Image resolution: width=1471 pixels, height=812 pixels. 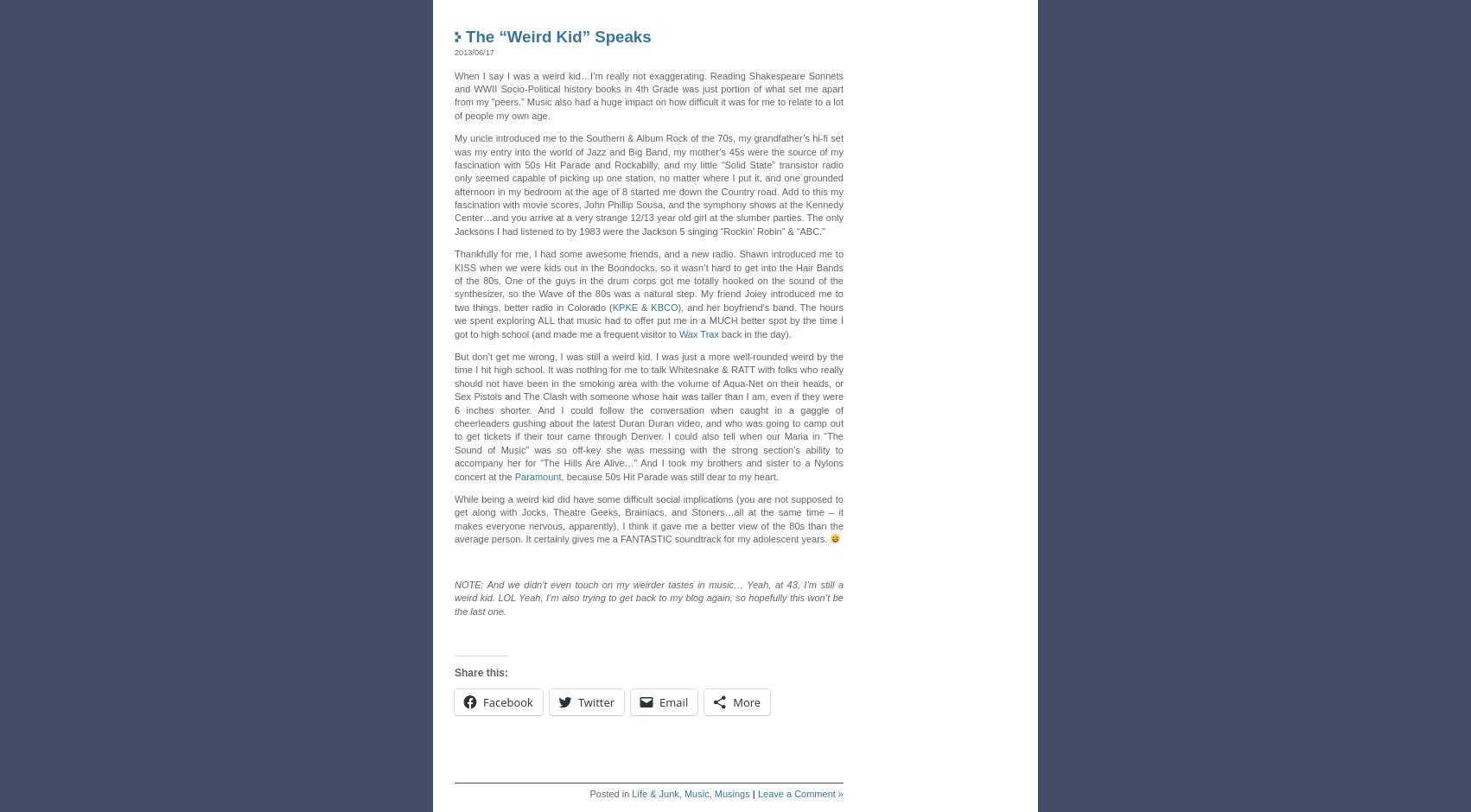 What do you see at coordinates (453, 319) in the screenshot?
I see `'), and her boyfriend’s band. The hours we spent exploring ALL that music had to offer put me in a MUCH better spot by the time I got to high school (and made me a frequent visitor to'` at bounding box center [453, 319].